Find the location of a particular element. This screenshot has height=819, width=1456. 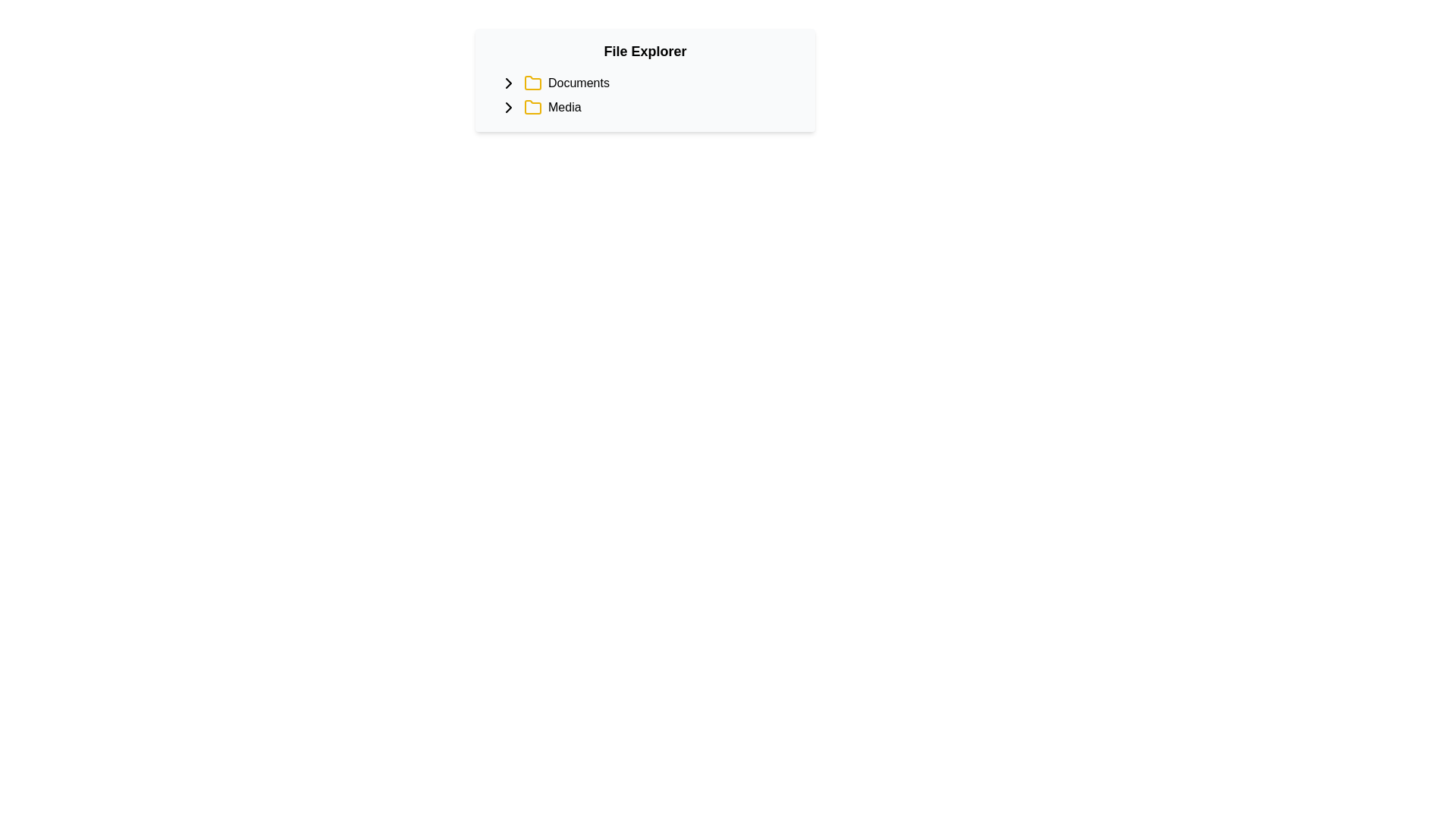

the second folder icon, which is a yellow vector graphic resembling a folder, located in the 'File Explorer' interface under the 'Documents' folder and next to the 'Media' label is located at coordinates (532, 106).